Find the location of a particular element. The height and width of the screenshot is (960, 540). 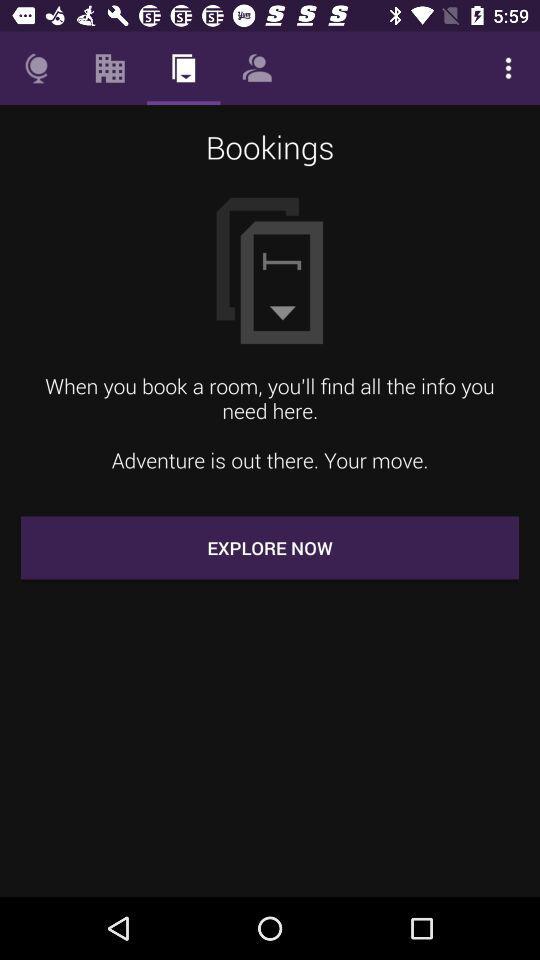

item at the top right corner is located at coordinates (508, 68).